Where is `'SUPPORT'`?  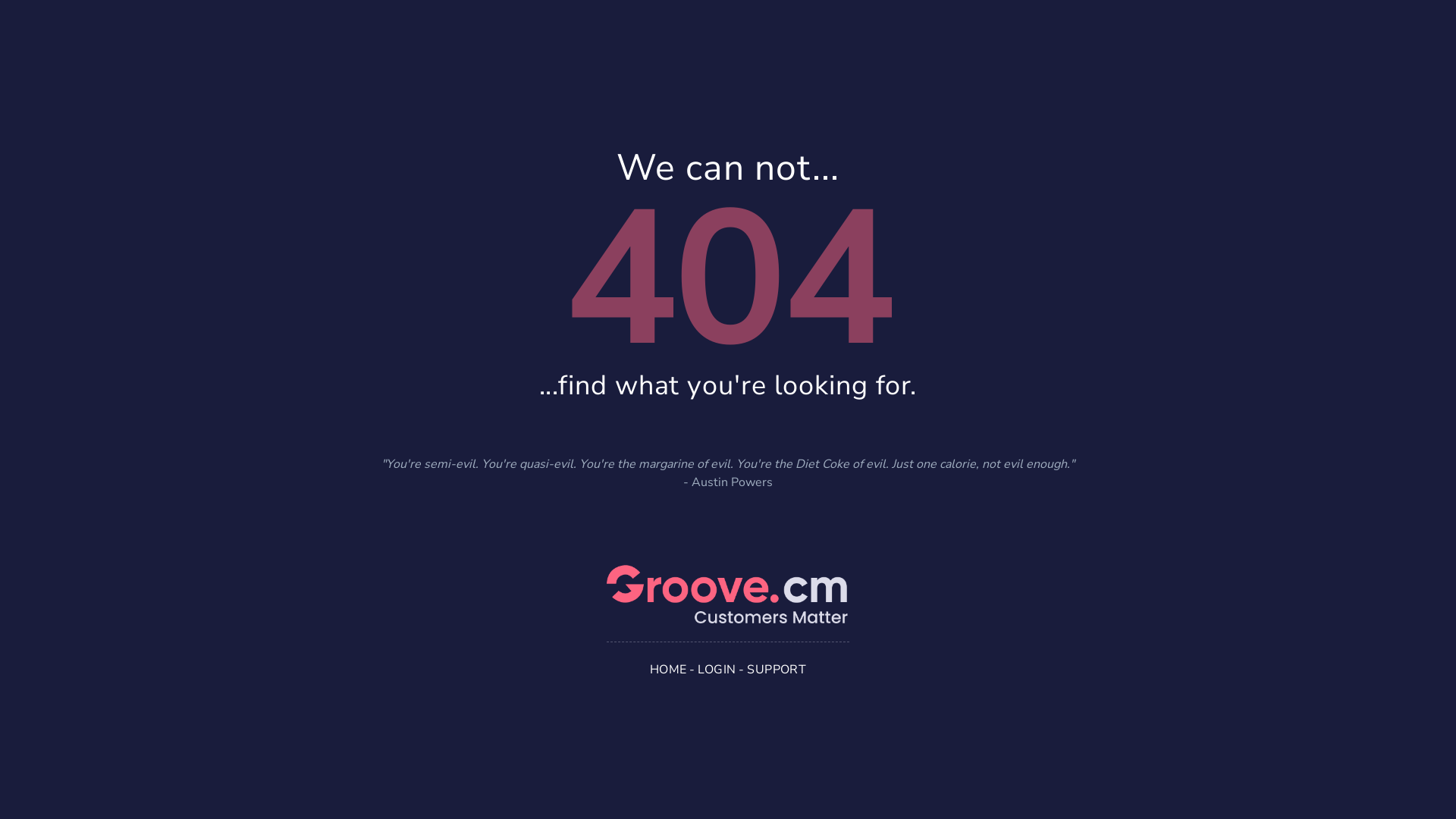
'SUPPORT' is located at coordinates (776, 669).